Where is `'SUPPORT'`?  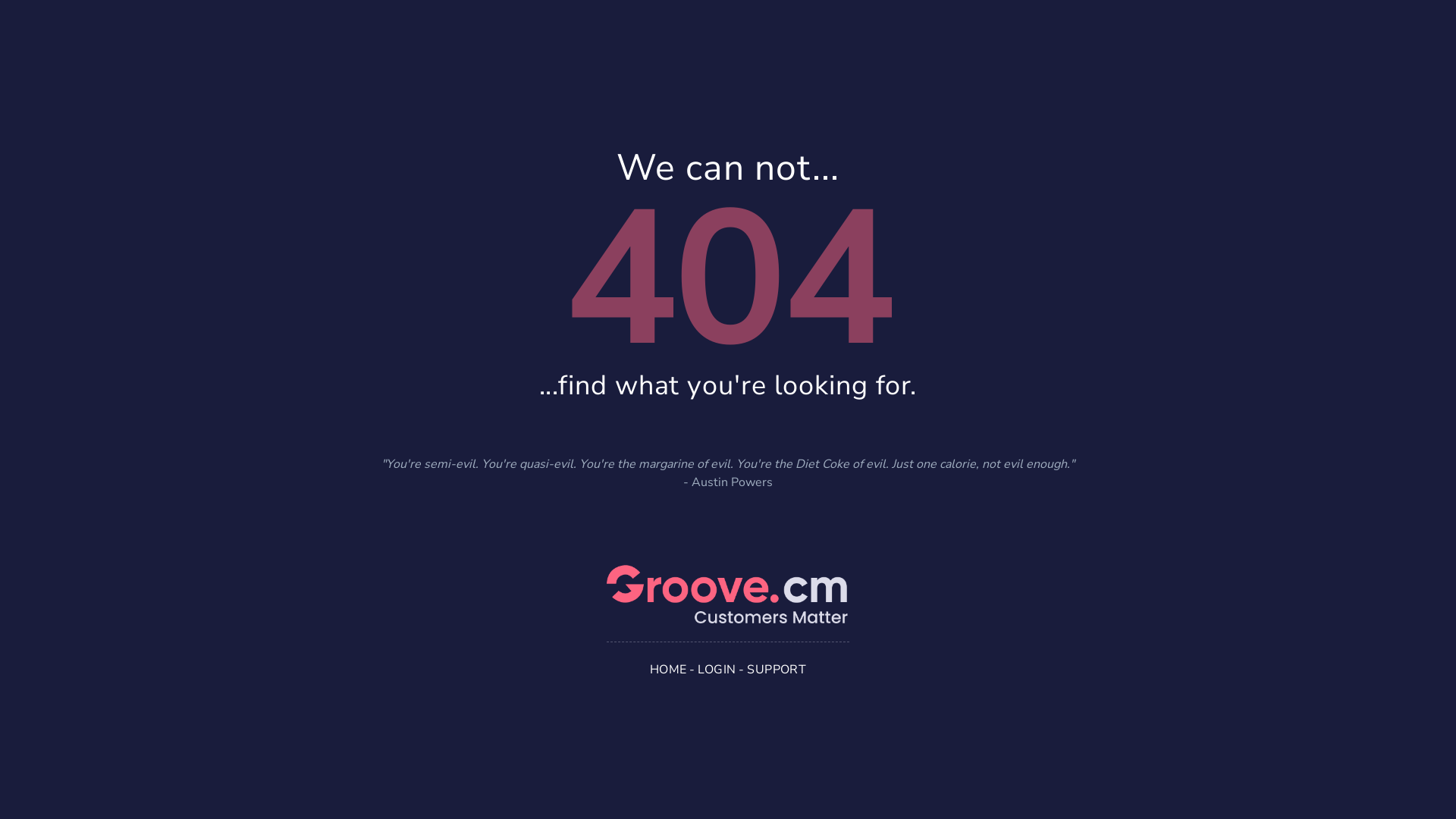
'SUPPORT' is located at coordinates (776, 669).